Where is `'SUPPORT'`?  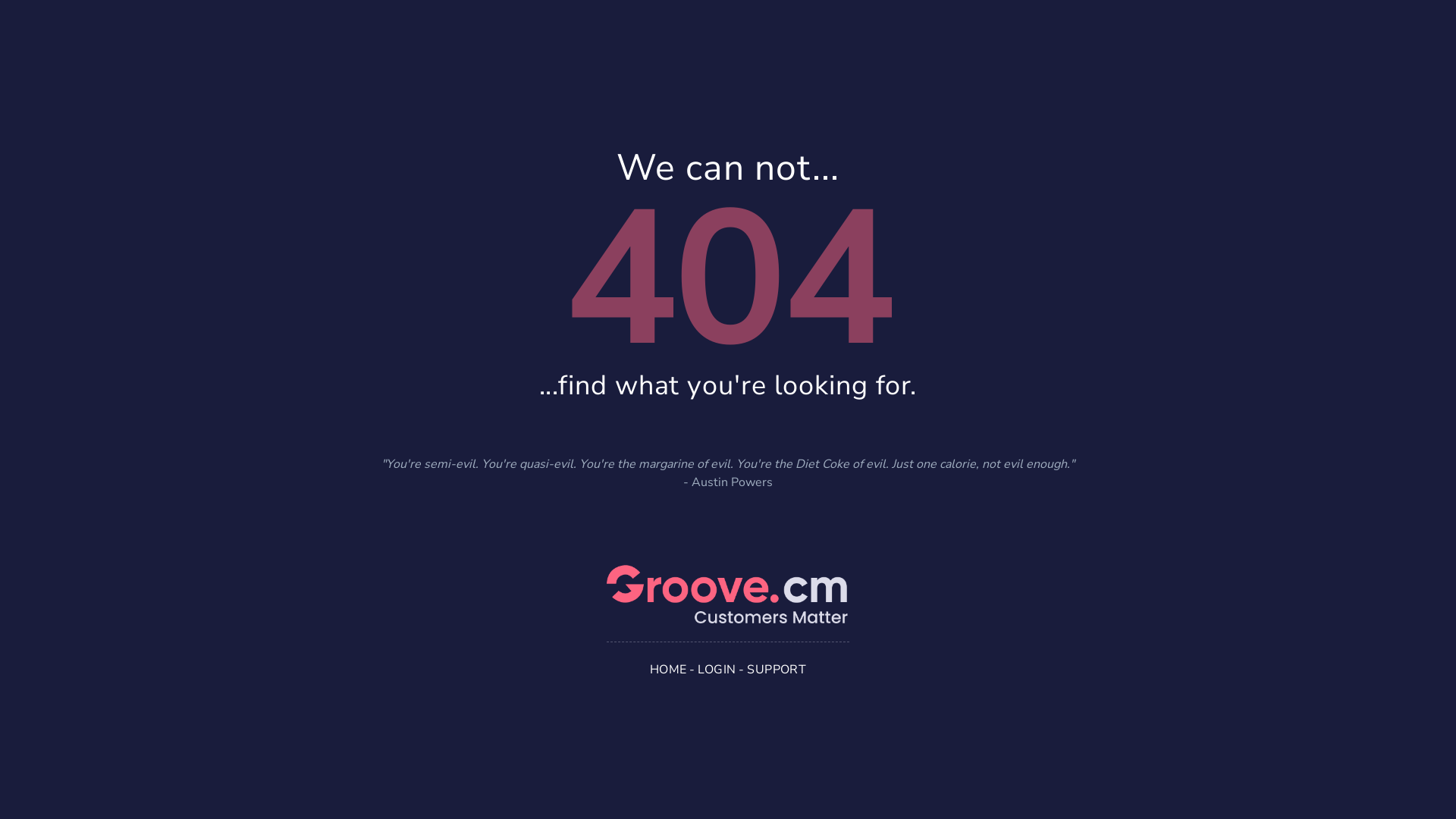
'SUPPORT' is located at coordinates (776, 669).